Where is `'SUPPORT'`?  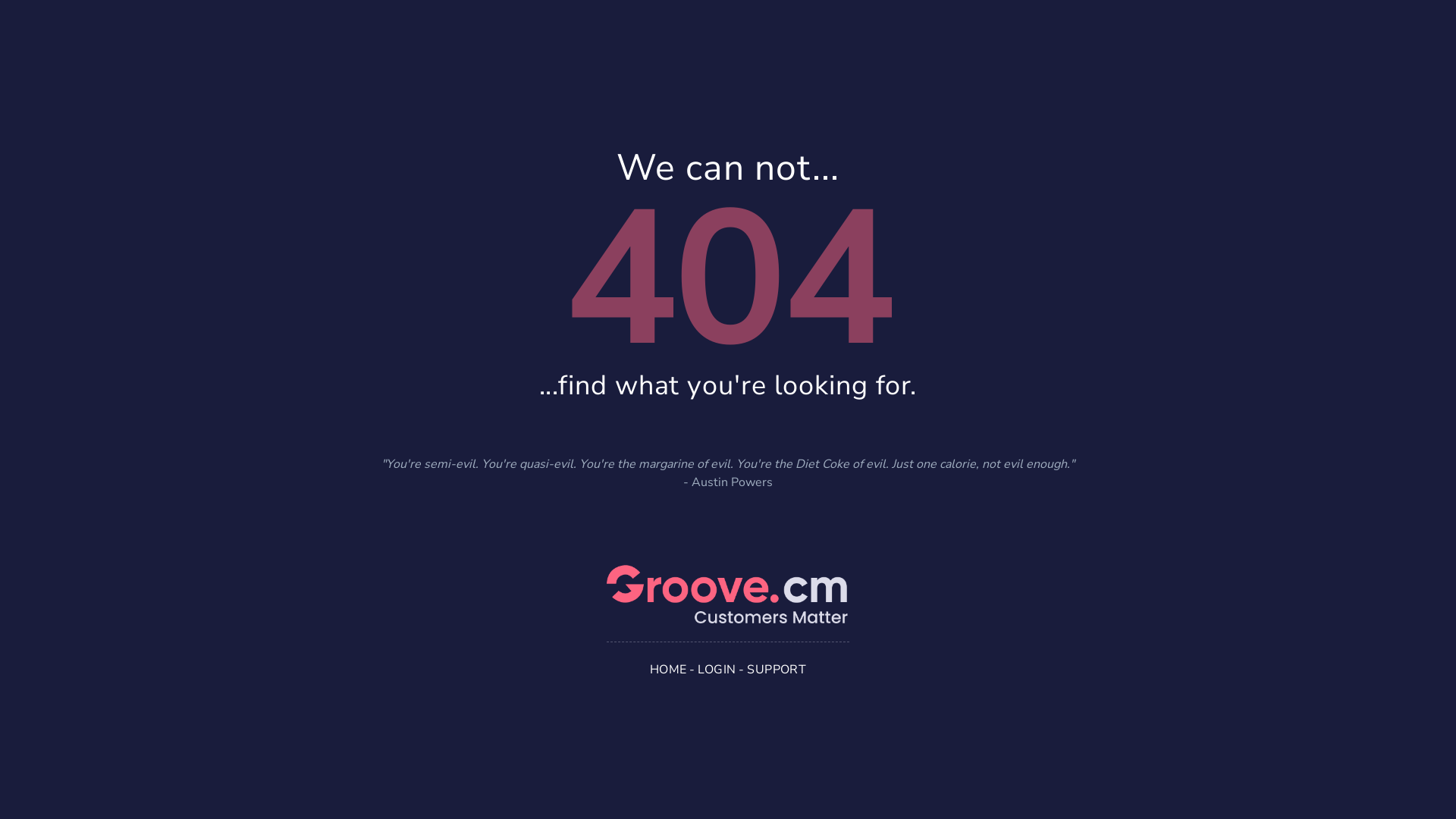
'SUPPORT' is located at coordinates (776, 669).